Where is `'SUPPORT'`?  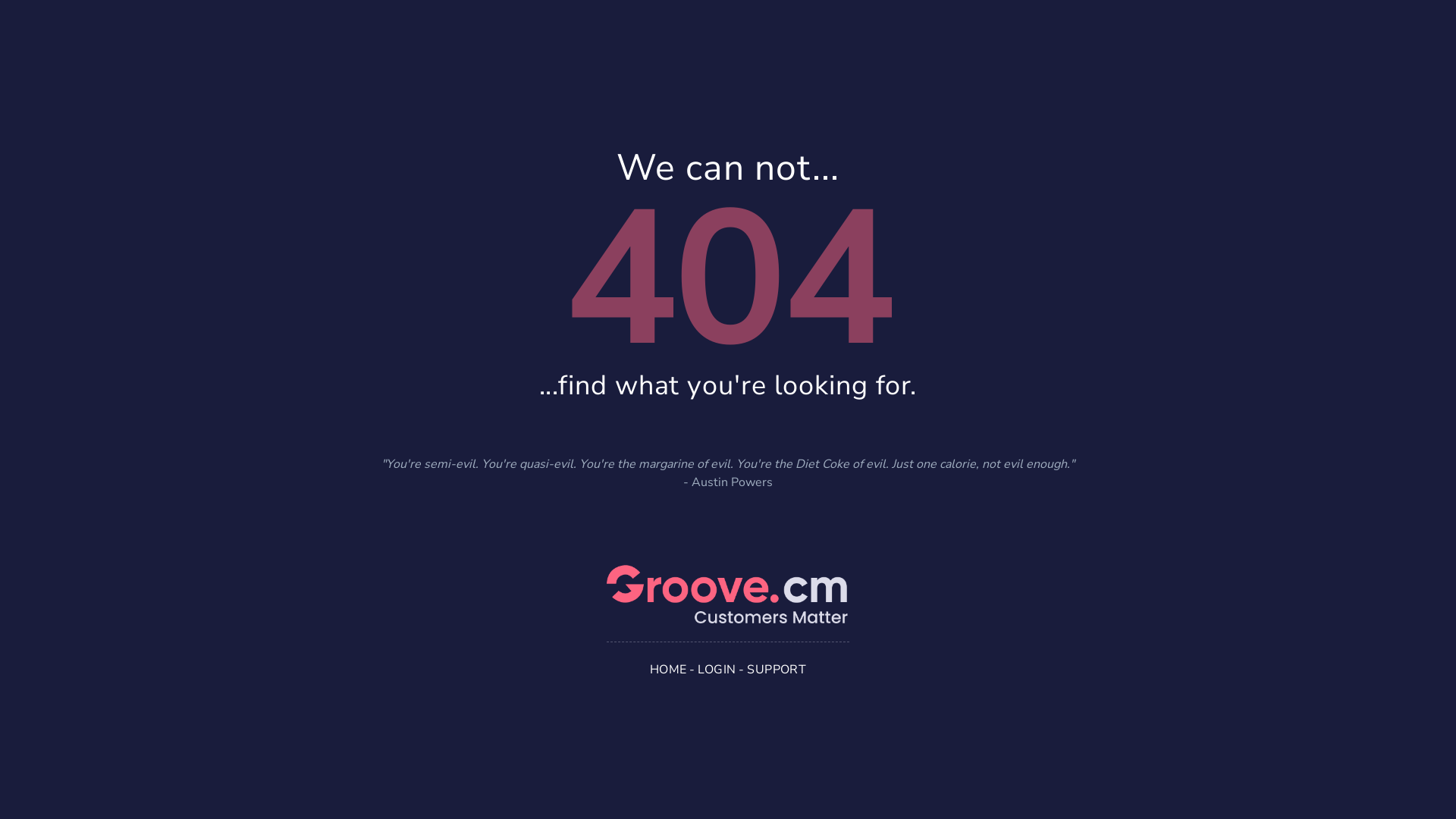
'SUPPORT' is located at coordinates (776, 669).